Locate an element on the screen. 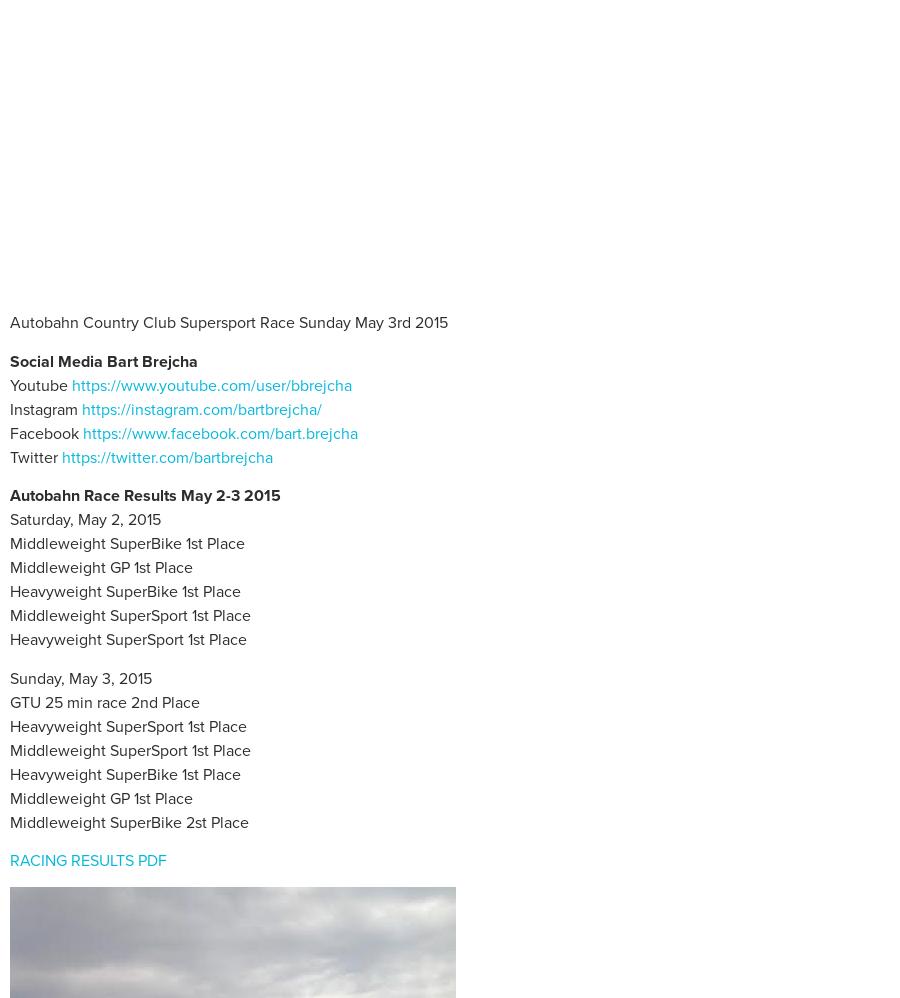  'https://twitter.com/bartbrejcha' is located at coordinates (167, 455).